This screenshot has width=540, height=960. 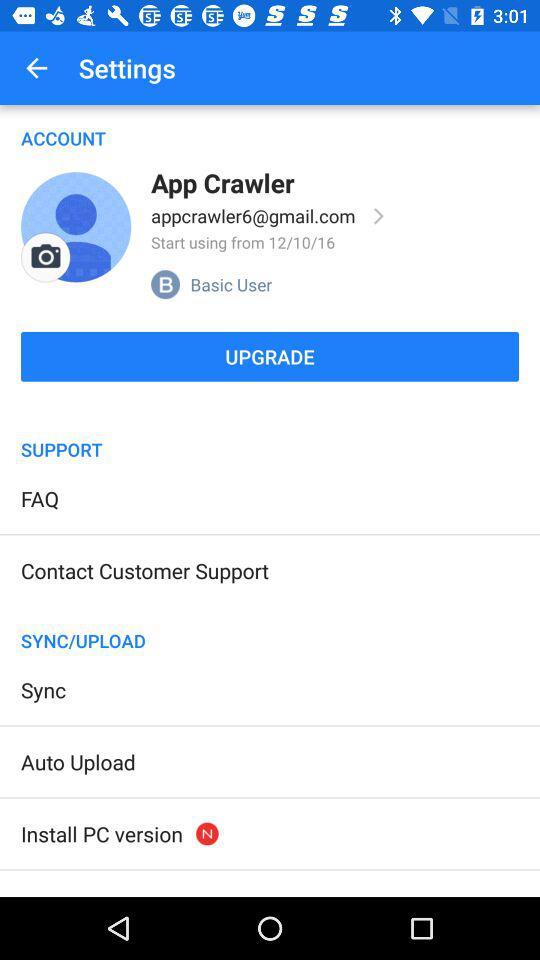 I want to click on the item above trash, so click(x=102, y=834).